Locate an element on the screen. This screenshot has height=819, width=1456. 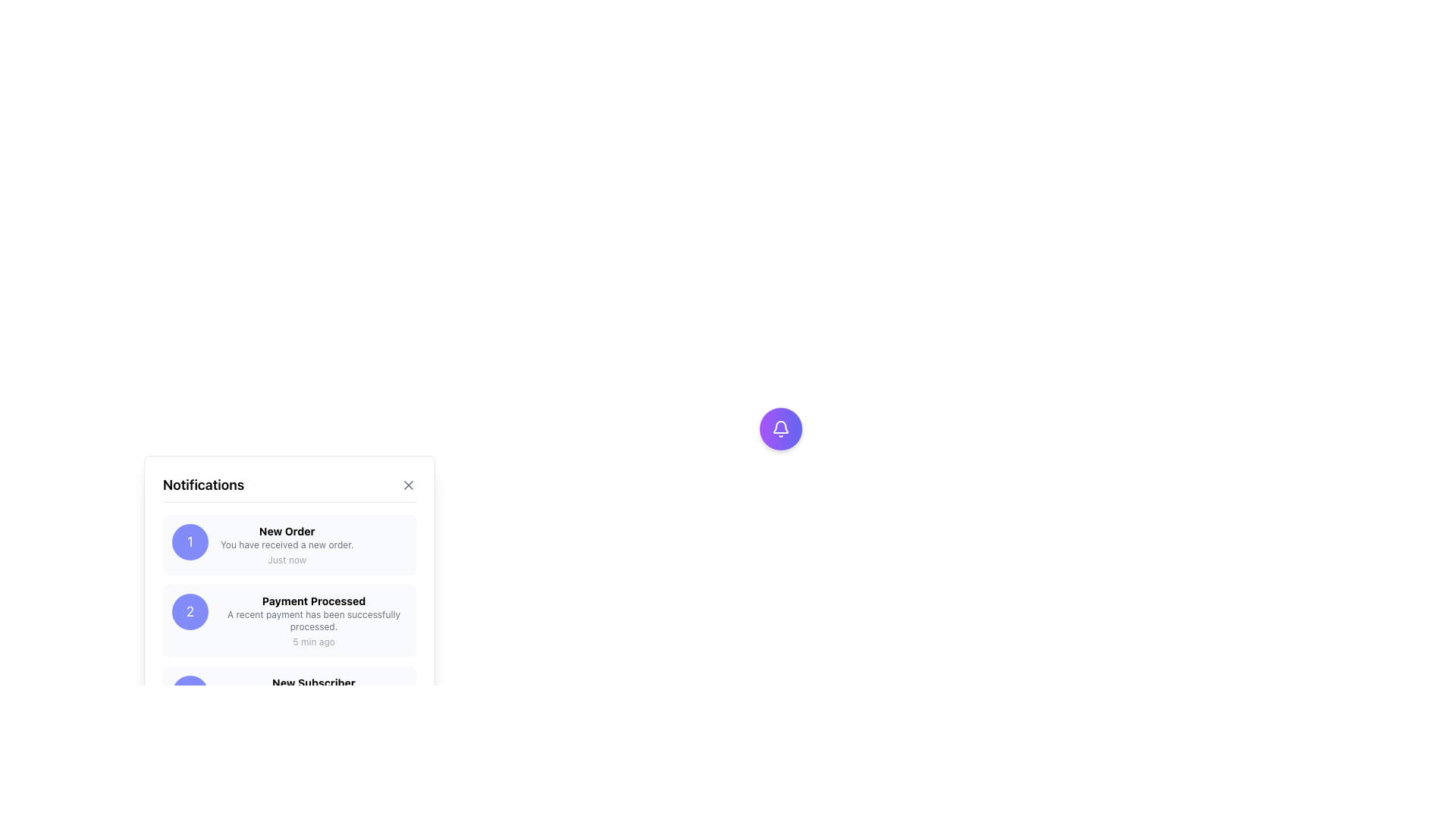
the close button located in the top-right corner of the notification panel is located at coordinates (408, 485).